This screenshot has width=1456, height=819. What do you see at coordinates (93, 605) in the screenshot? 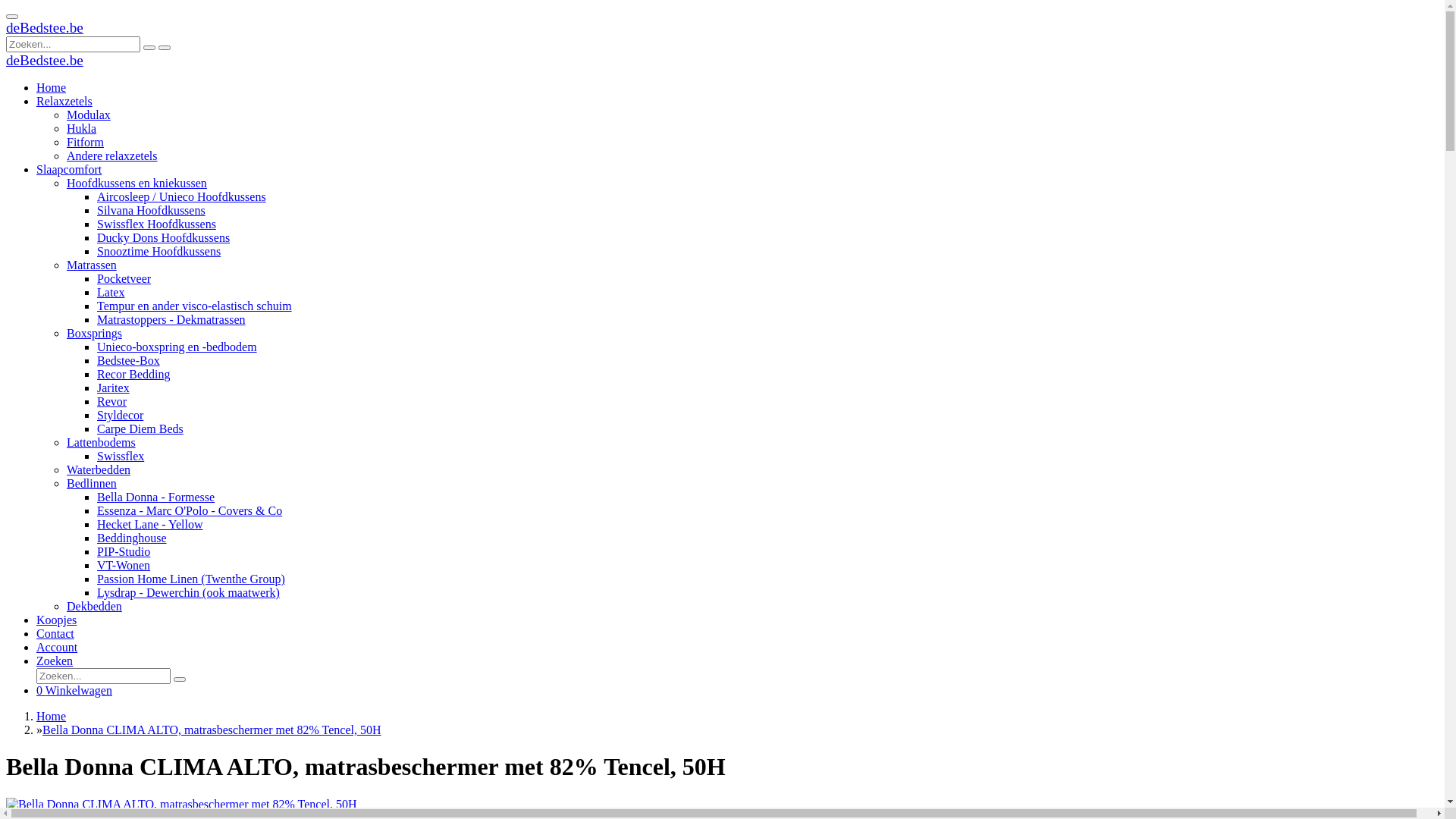
I see `'Dekbedden'` at bounding box center [93, 605].